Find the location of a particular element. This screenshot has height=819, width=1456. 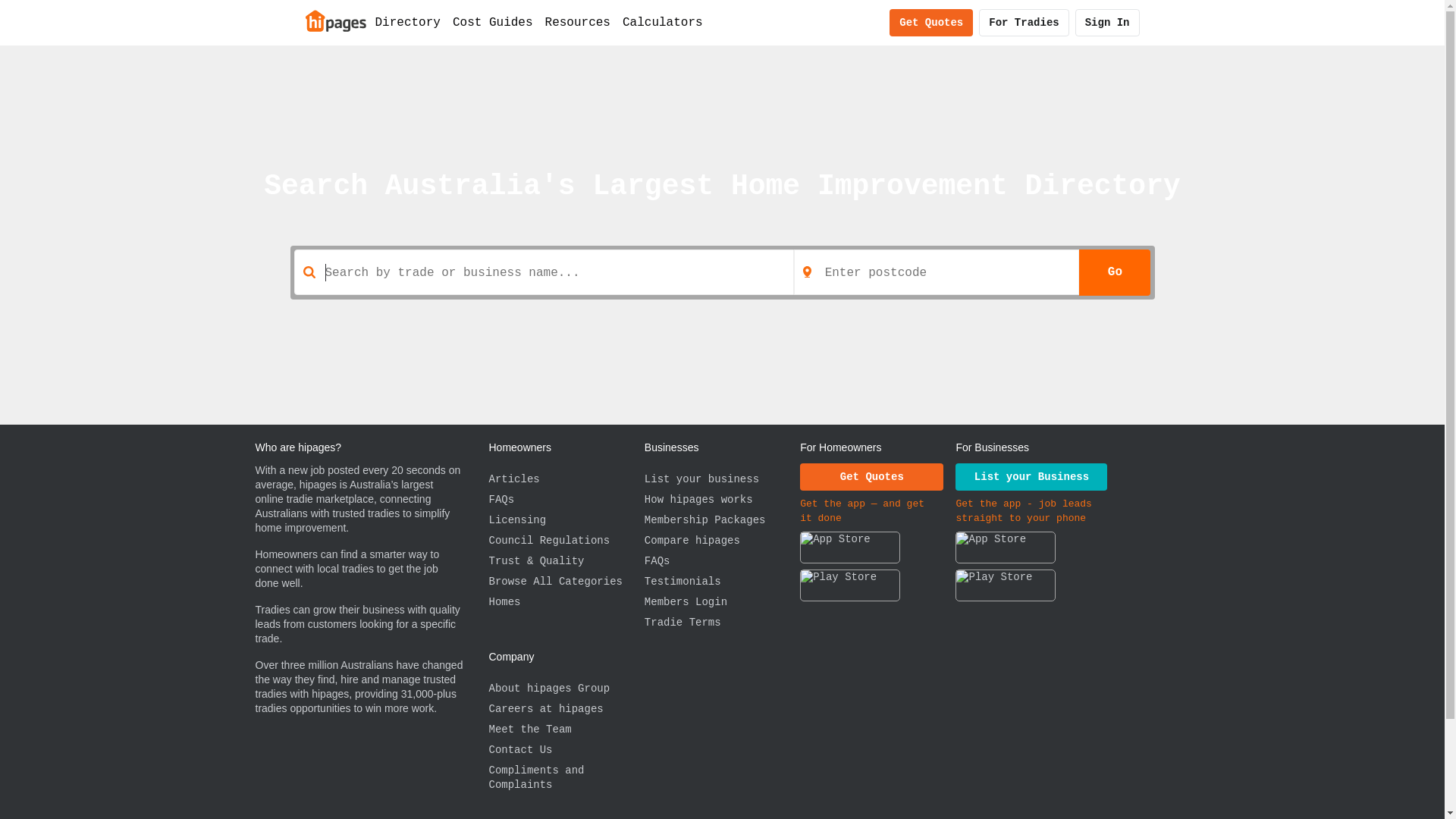

'Download the hipages app on the App Store' is located at coordinates (1005, 550).